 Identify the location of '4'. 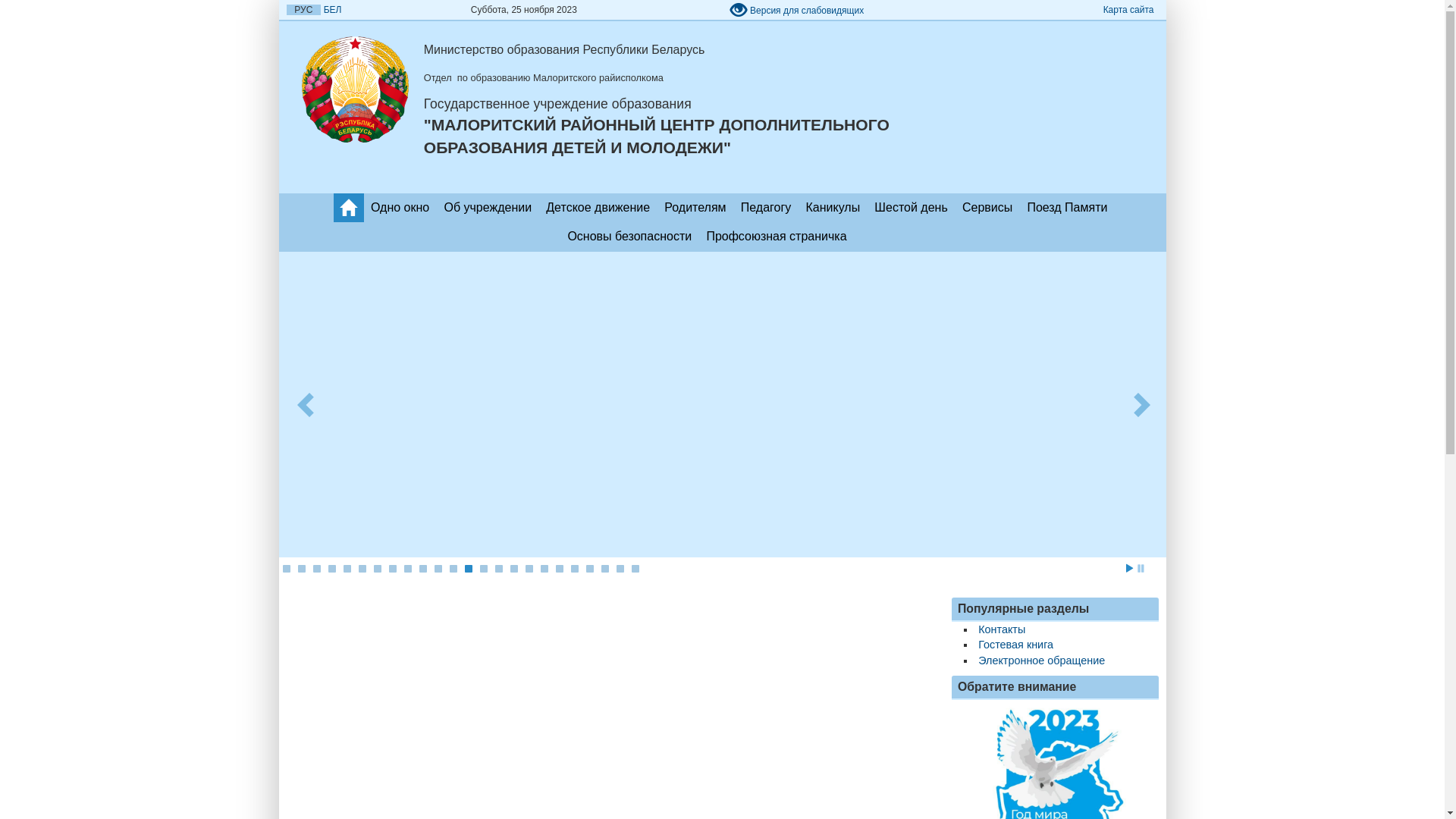
(330, 568).